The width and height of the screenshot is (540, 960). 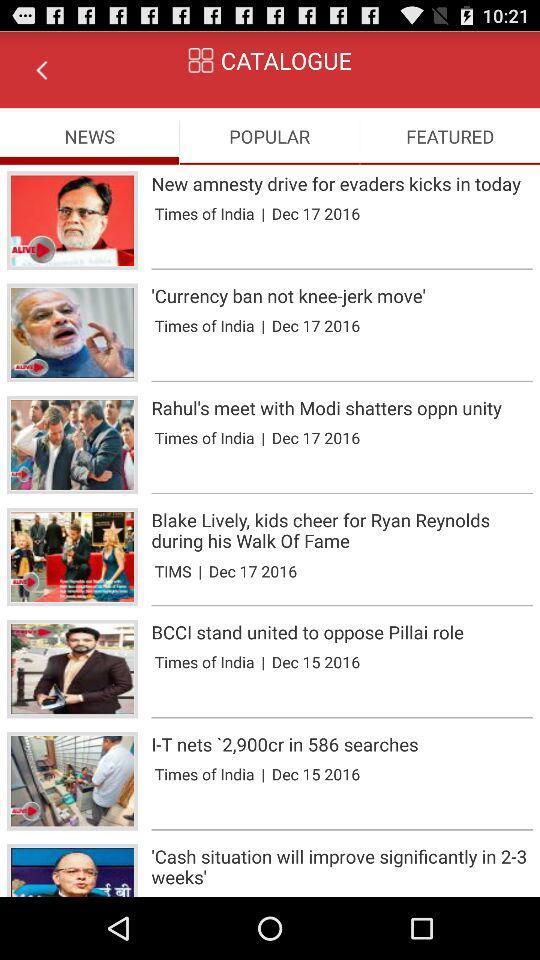 I want to click on app below the times of india item, so click(x=341, y=268).